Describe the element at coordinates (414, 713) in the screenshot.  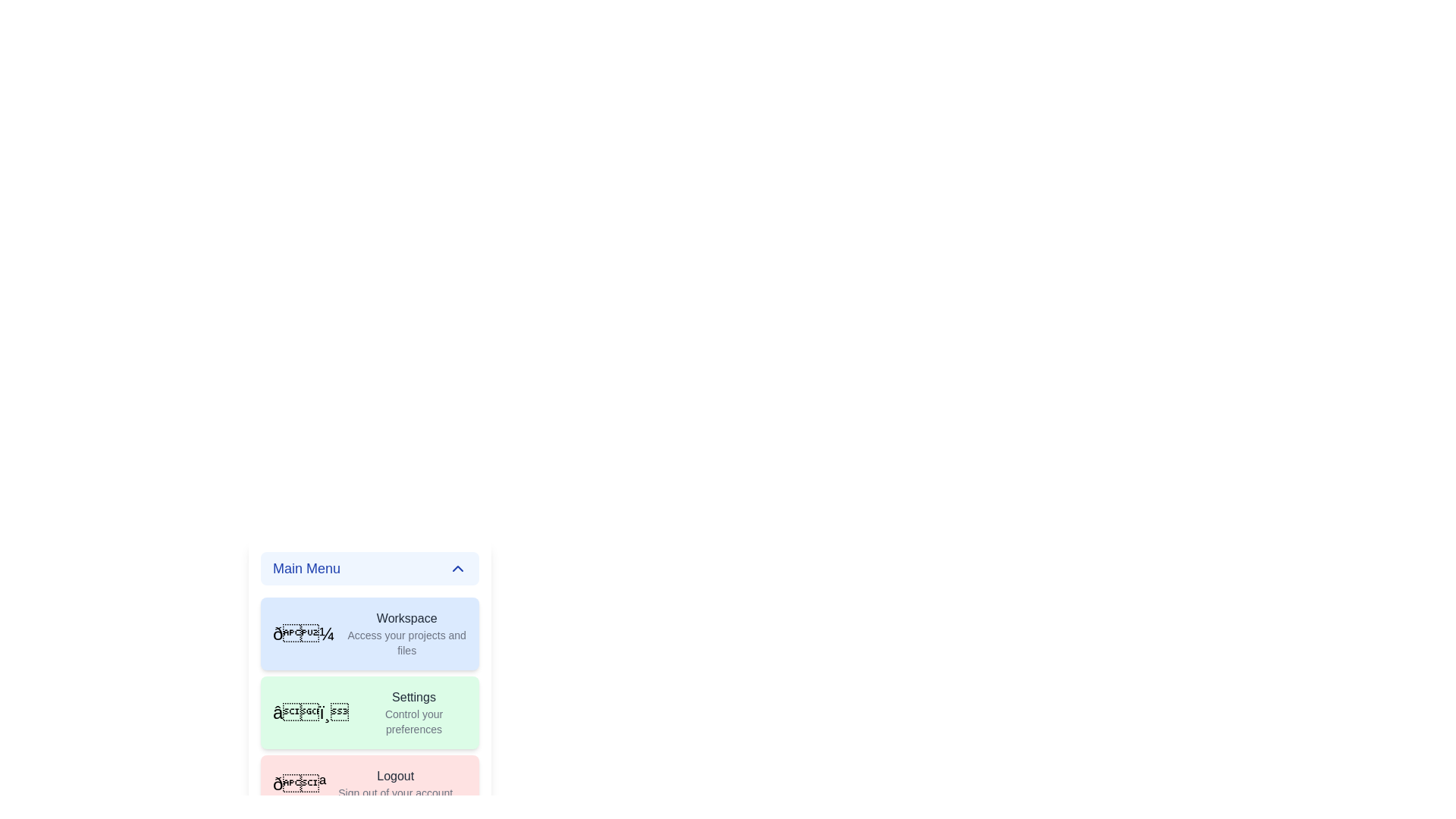
I see `the 'Settings' informational item with a light green background for more details` at that location.